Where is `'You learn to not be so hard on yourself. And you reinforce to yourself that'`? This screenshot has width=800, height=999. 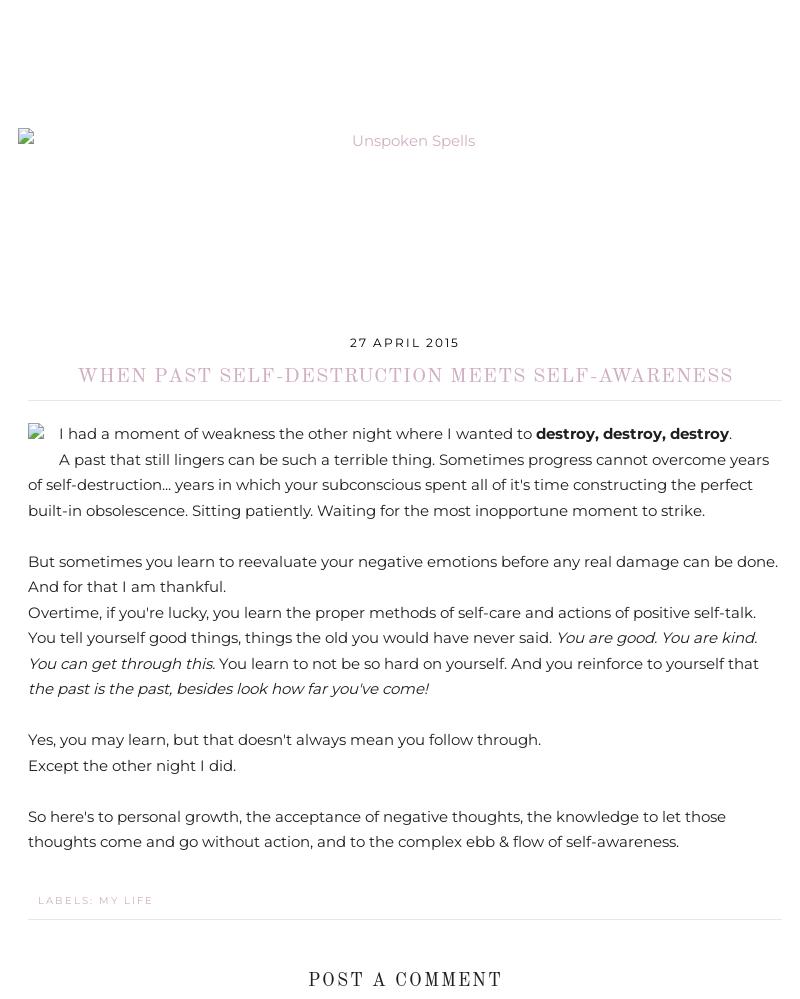 'You learn to not be so hard on yourself. And you reinforce to yourself that' is located at coordinates (218, 661).